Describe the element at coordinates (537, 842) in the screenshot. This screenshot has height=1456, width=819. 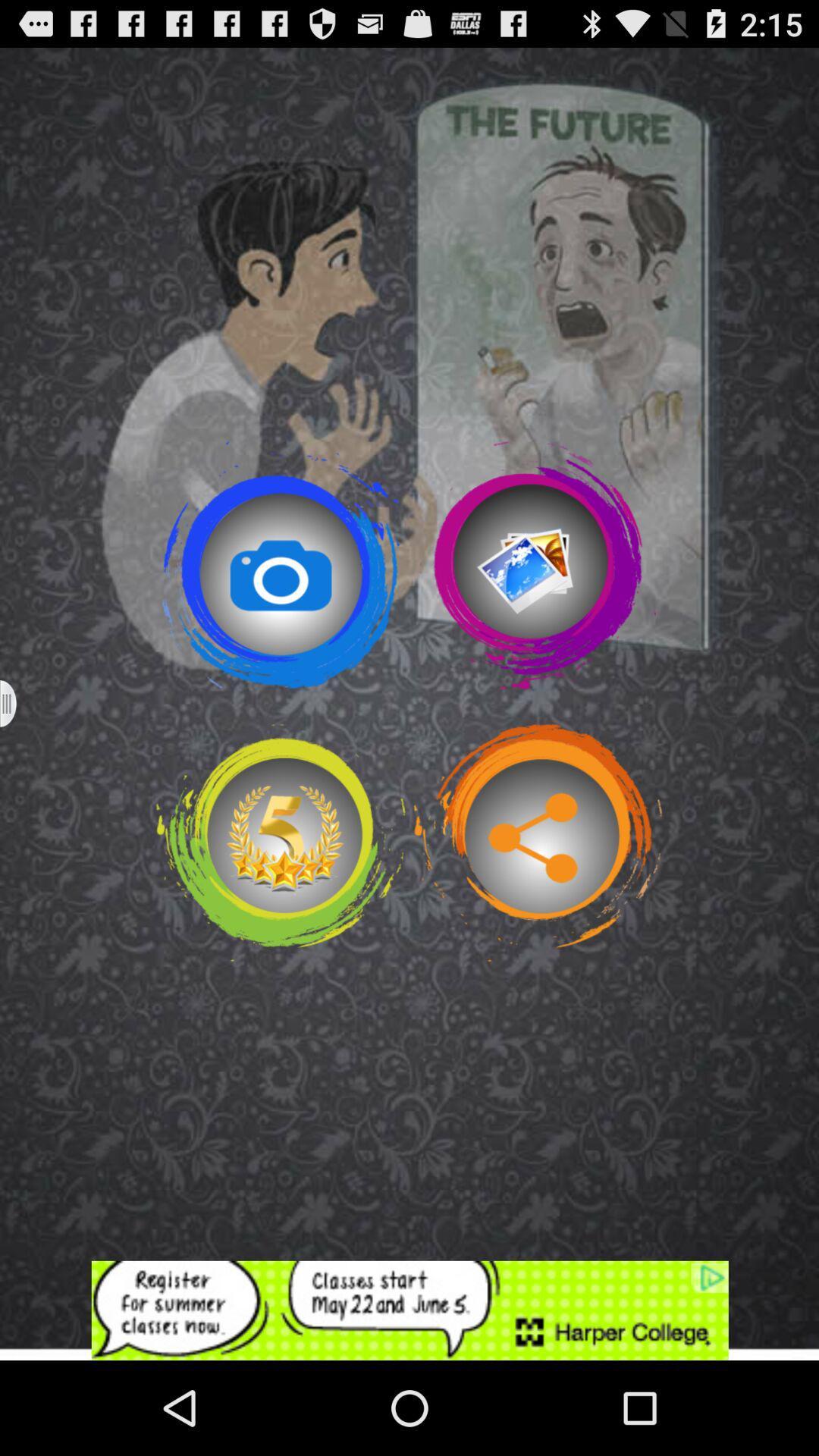
I see `share the image` at that location.